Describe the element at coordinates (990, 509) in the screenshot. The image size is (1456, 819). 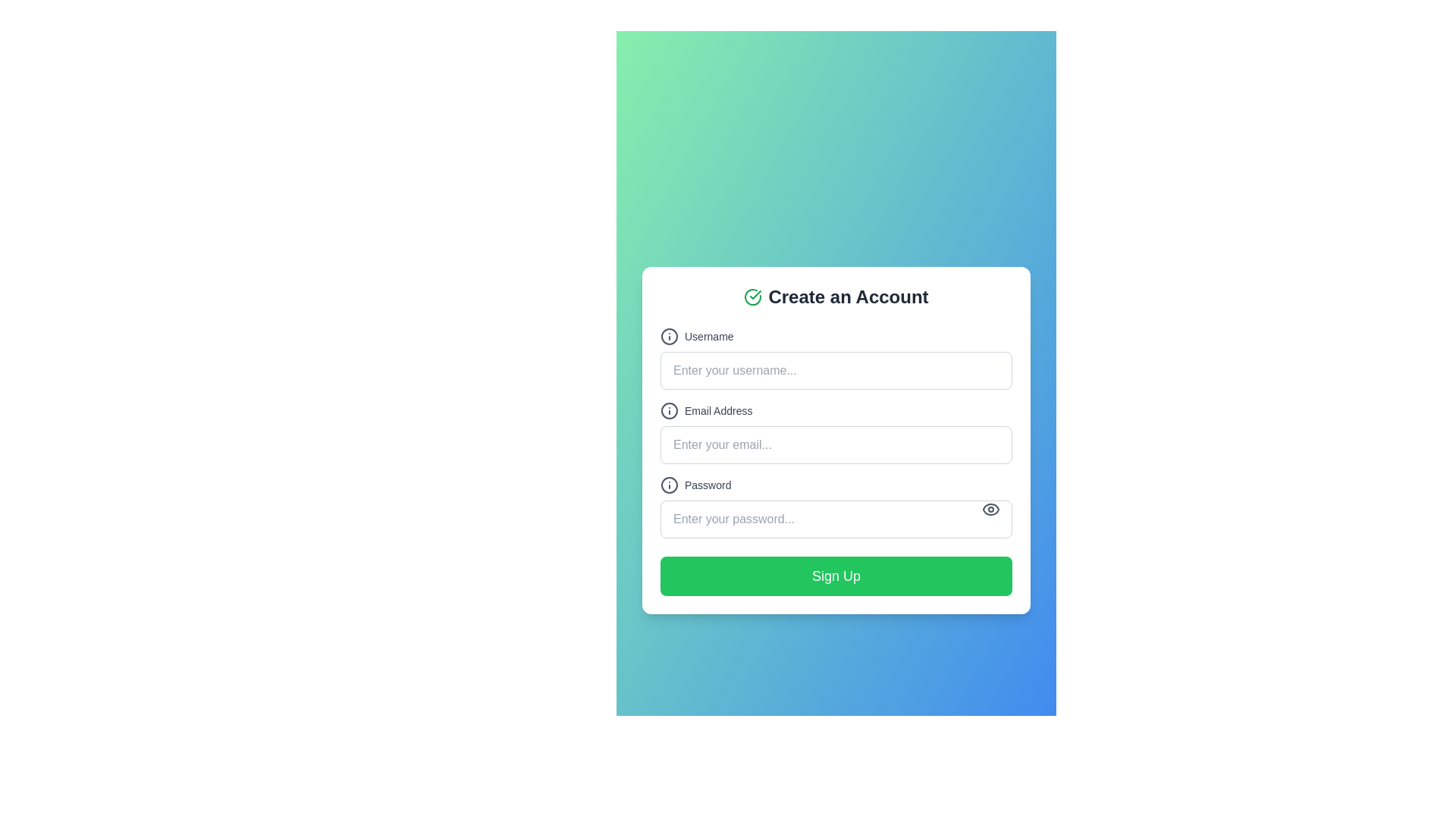
I see `the toggle button for showing or hiding the password, located at the top-right corner of the password input field` at that location.